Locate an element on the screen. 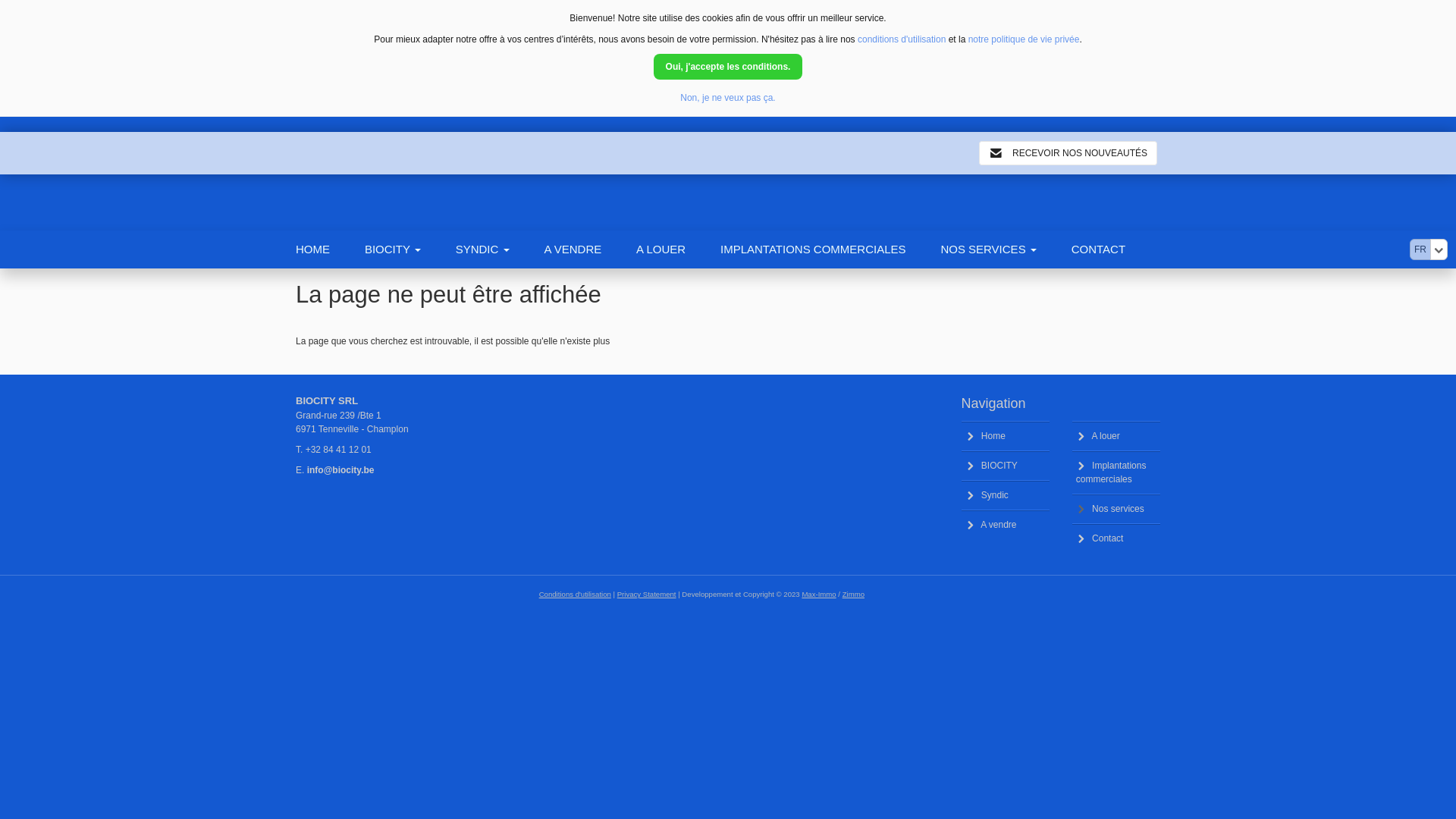  'BIOCITY' is located at coordinates (1005, 464).